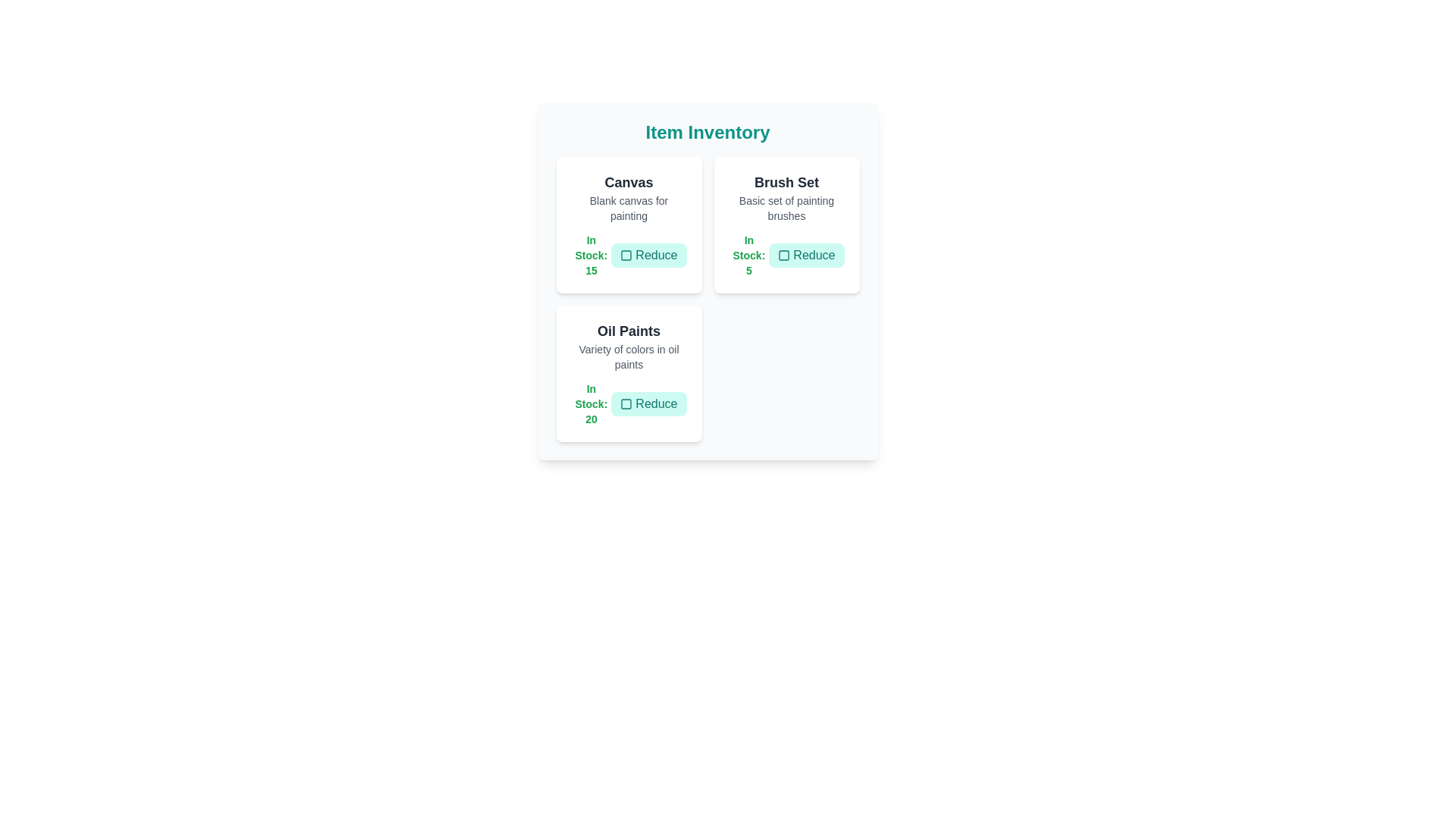 The width and height of the screenshot is (1456, 819). I want to click on 'Reduce' button for the item Canvas, so click(648, 254).